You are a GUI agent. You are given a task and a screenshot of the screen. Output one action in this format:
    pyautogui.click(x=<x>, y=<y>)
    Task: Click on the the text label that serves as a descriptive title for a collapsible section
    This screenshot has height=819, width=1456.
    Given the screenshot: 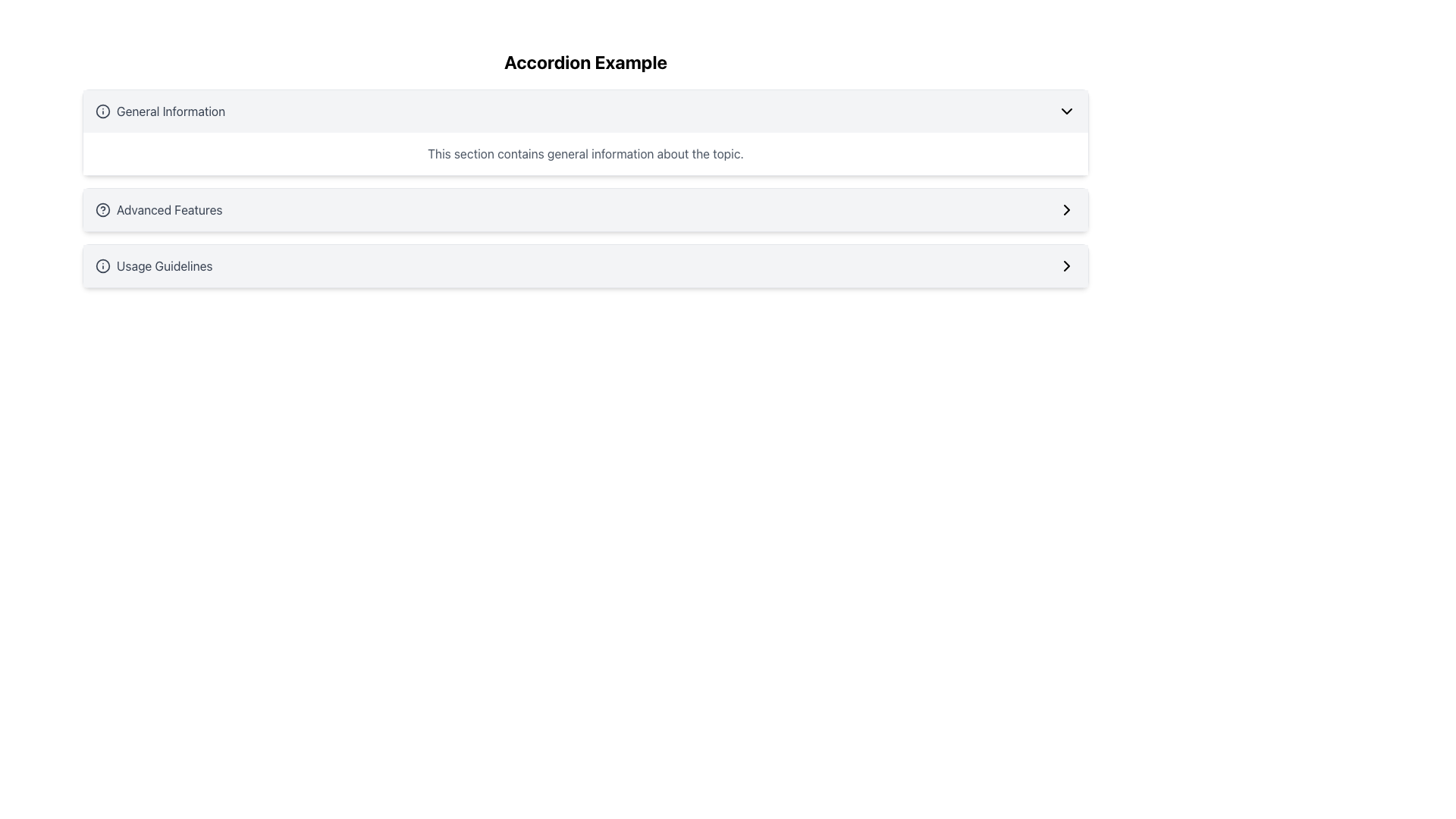 What is the action you would take?
    pyautogui.click(x=171, y=110)
    